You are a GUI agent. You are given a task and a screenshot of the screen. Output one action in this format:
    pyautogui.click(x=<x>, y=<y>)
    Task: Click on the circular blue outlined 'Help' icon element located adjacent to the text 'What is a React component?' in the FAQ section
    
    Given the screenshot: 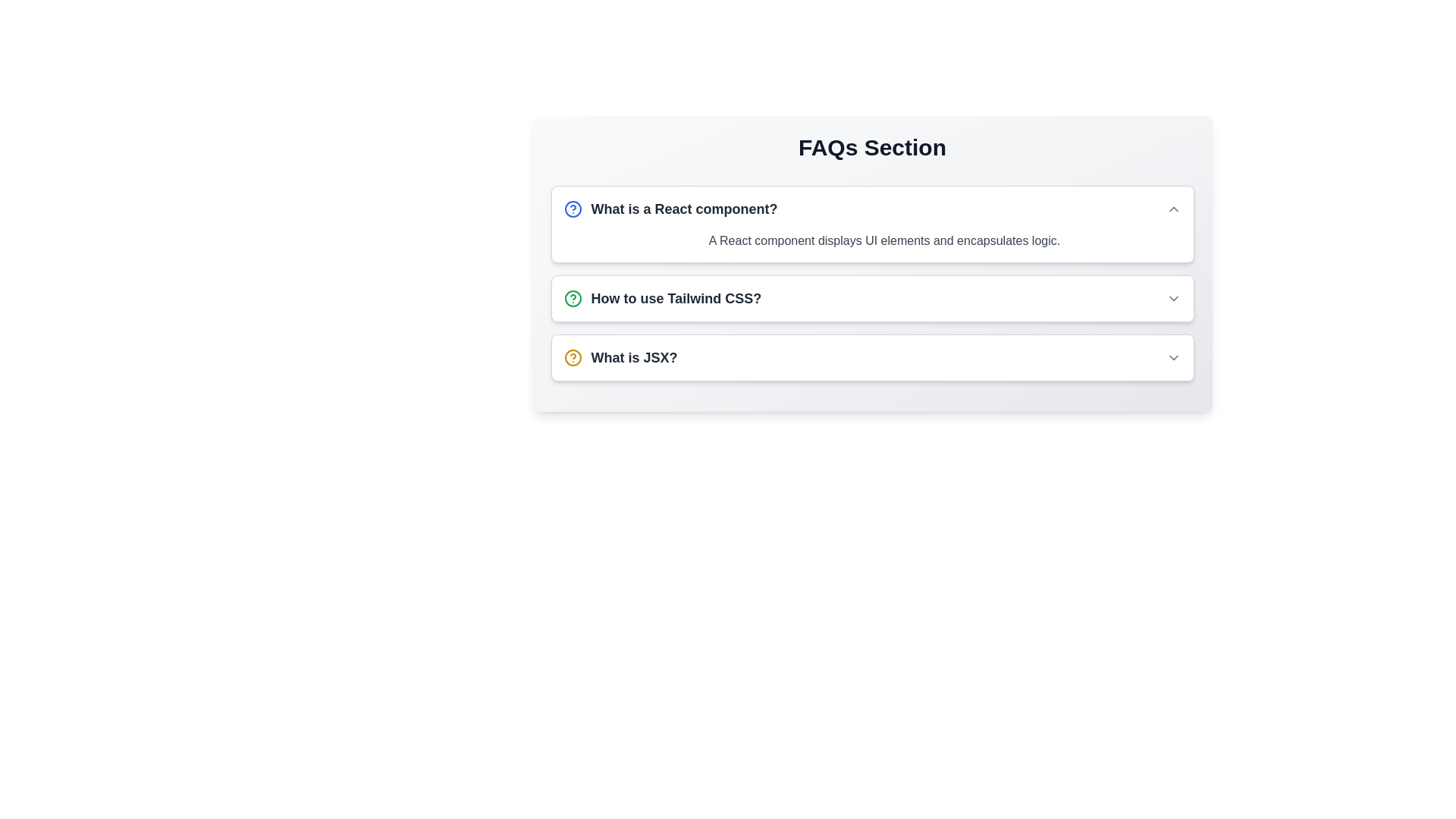 What is the action you would take?
    pyautogui.click(x=572, y=209)
    